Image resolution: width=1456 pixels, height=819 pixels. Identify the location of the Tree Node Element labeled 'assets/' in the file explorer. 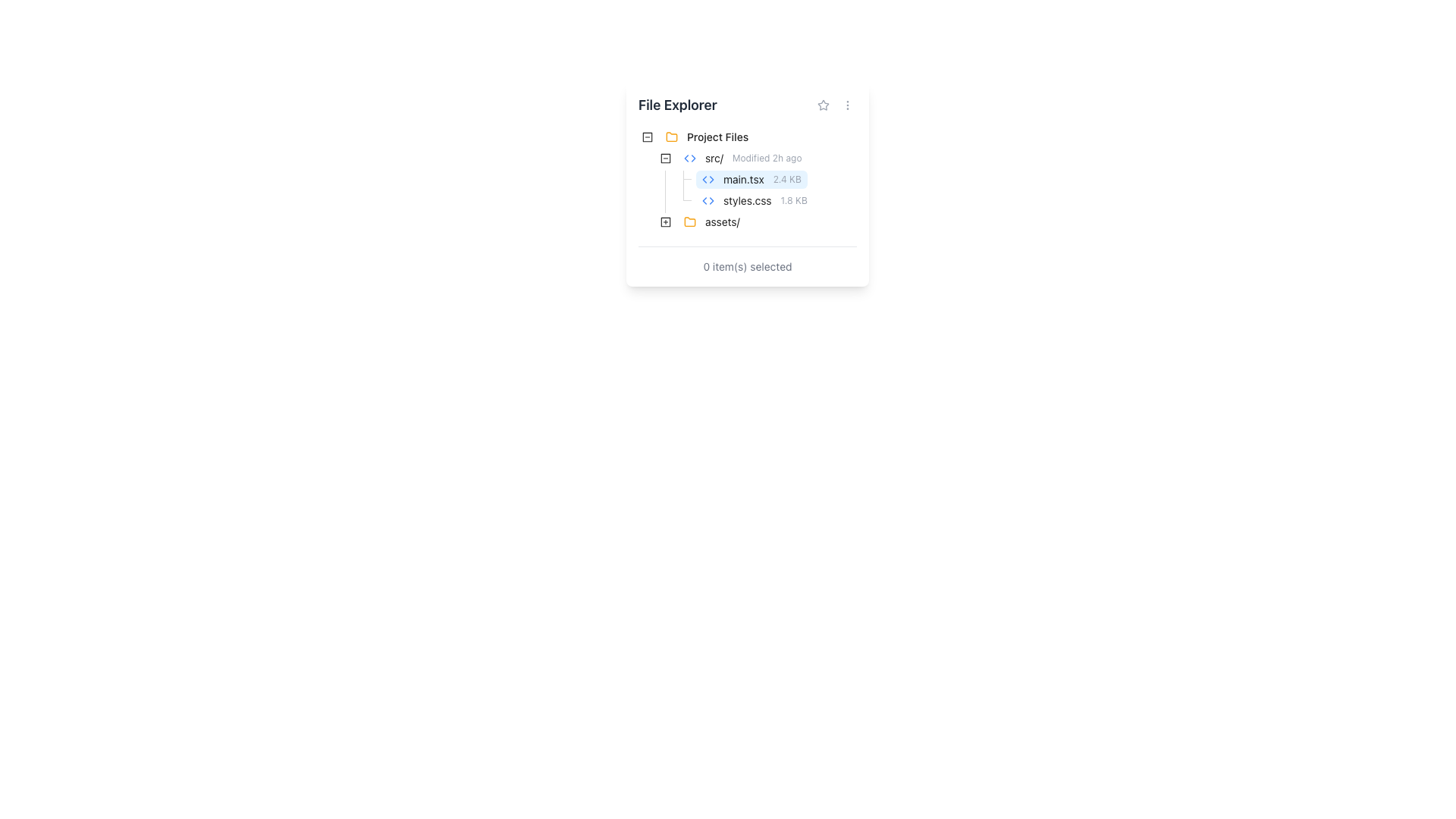
(711, 222).